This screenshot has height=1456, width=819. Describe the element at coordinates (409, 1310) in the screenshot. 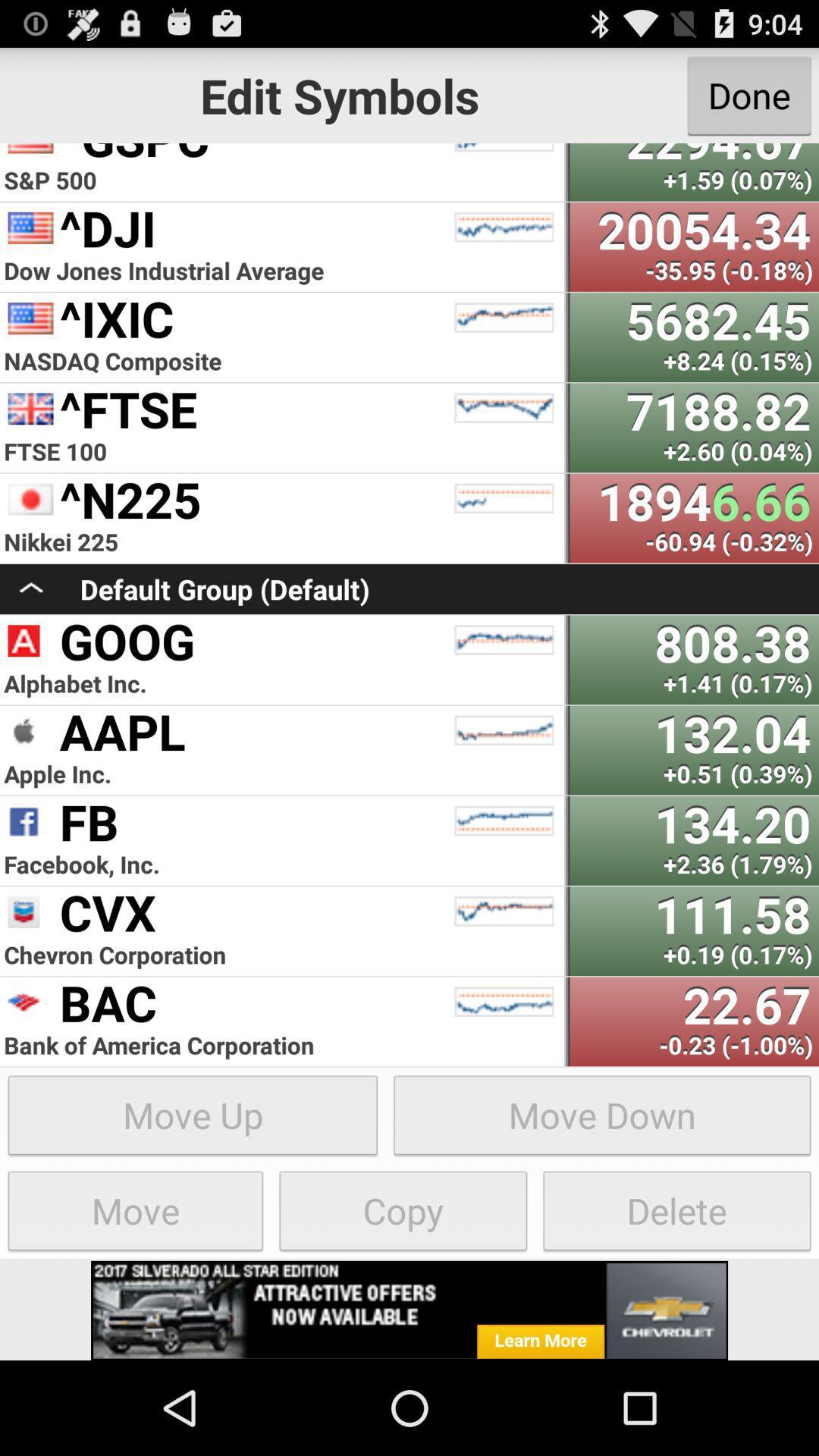

I see `advertisement` at that location.